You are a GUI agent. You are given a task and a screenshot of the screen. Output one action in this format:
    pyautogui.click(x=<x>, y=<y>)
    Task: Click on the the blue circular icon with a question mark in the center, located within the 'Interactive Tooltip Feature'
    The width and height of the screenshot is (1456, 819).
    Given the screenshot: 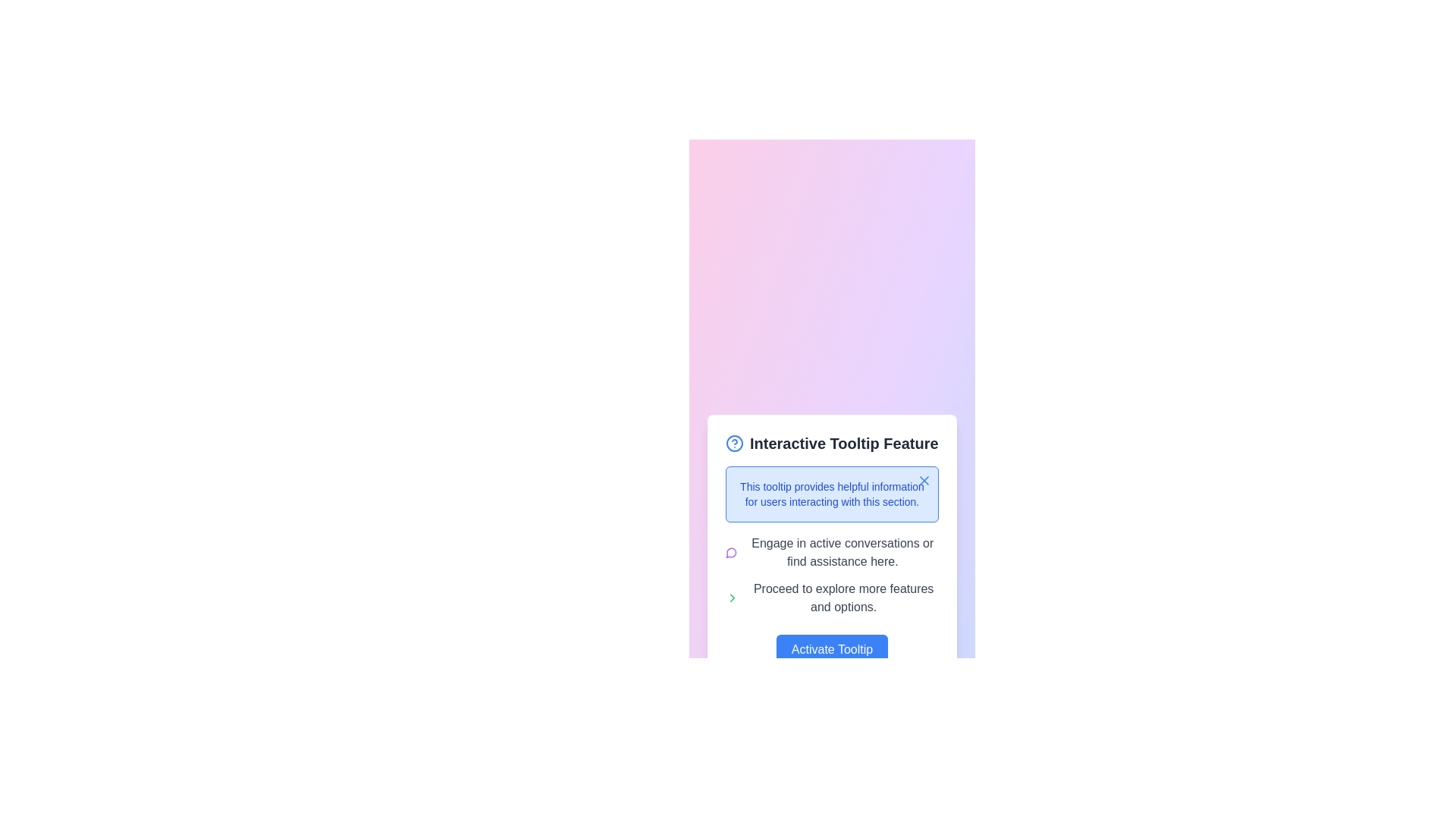 What is the action you would take?
    pyautogui.click(x=735, y=444)
    